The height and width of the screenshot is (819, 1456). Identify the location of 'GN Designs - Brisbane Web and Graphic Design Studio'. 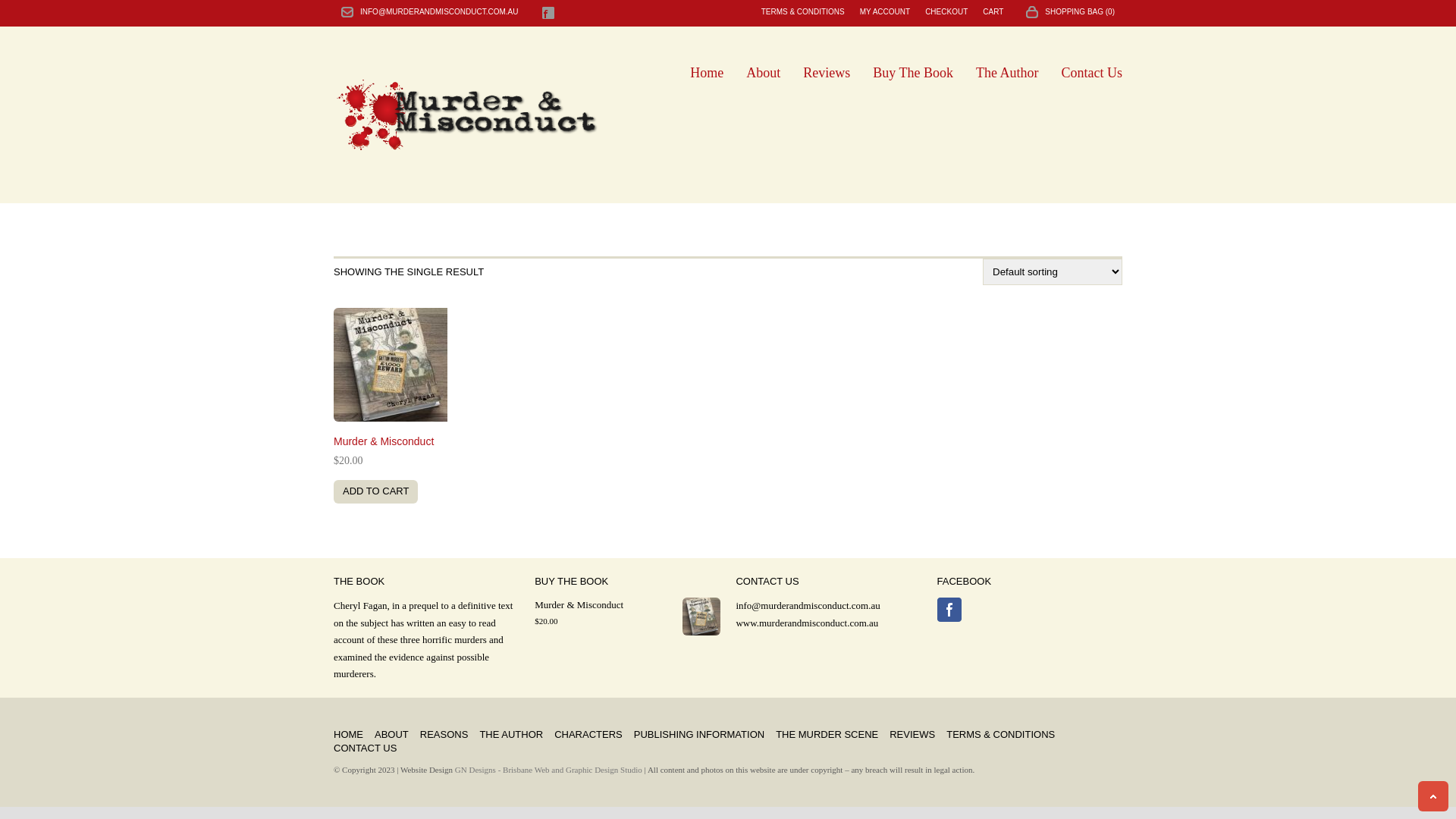
(548, 769).